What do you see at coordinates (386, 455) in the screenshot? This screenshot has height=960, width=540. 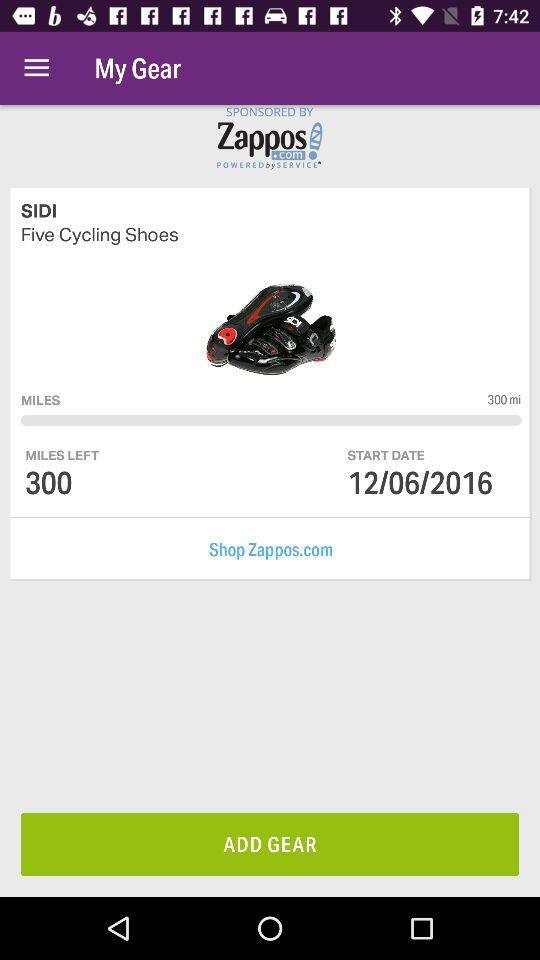 I see `start date item` at bounding box center [386, 455].